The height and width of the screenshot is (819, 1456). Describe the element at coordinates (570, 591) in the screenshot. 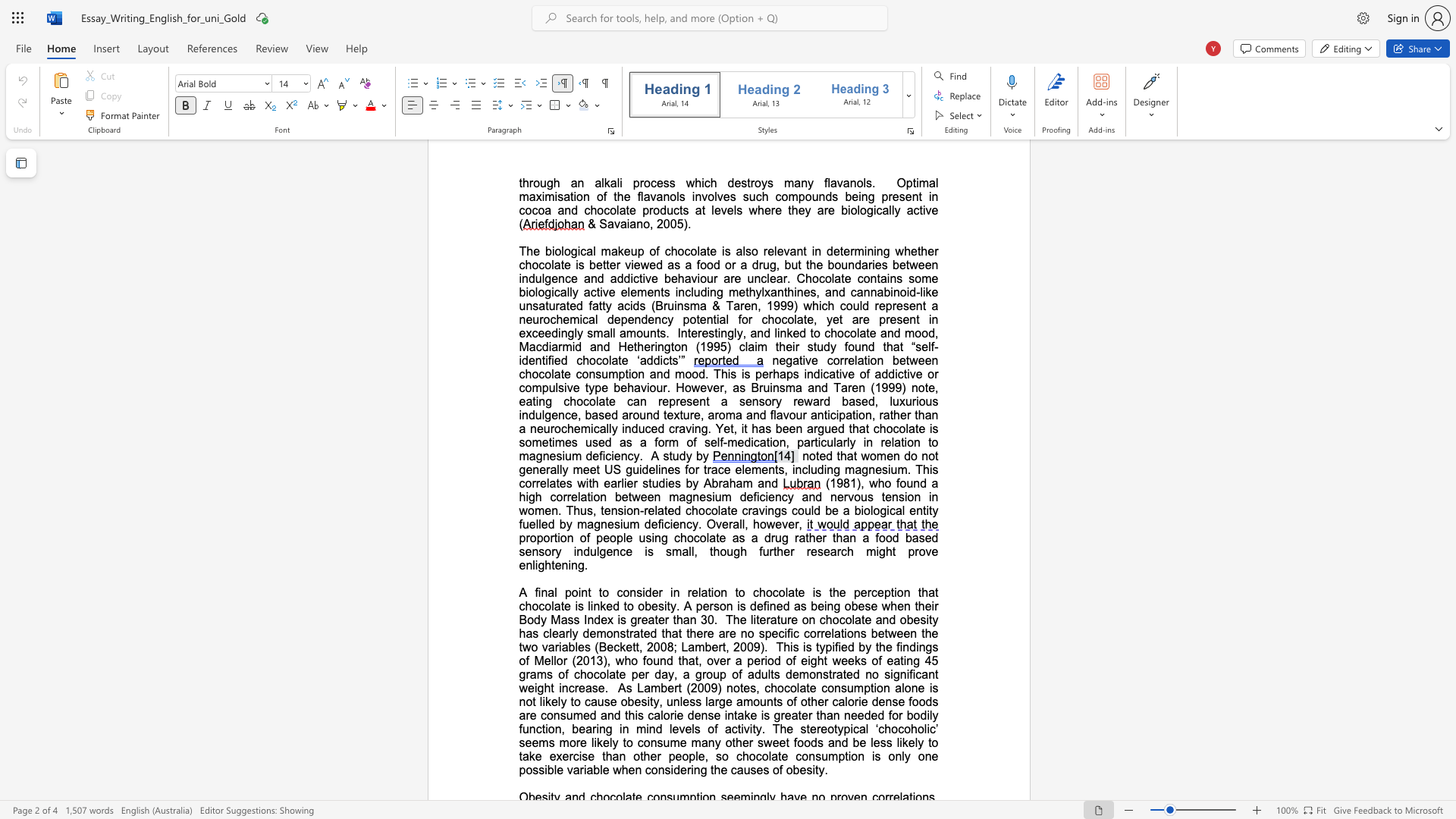

I see `the subset text "oi" within the text "A final point"` at that location.